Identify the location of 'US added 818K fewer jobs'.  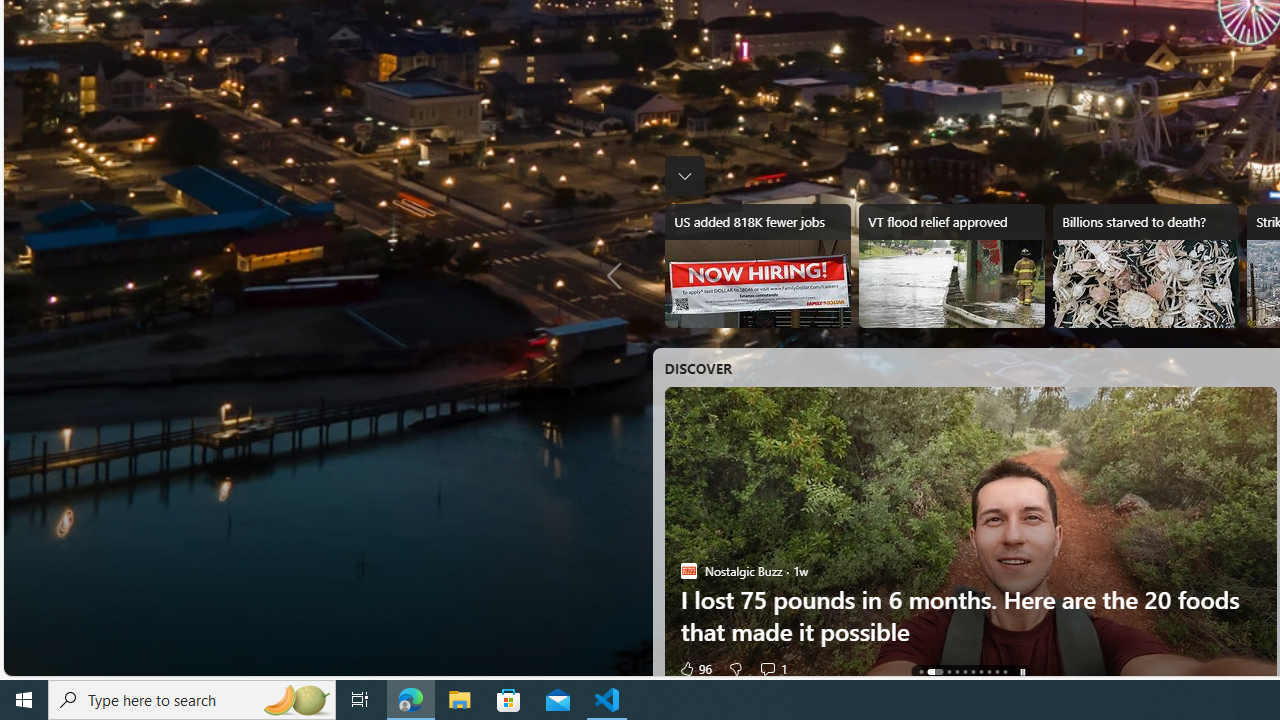
(756, 265).